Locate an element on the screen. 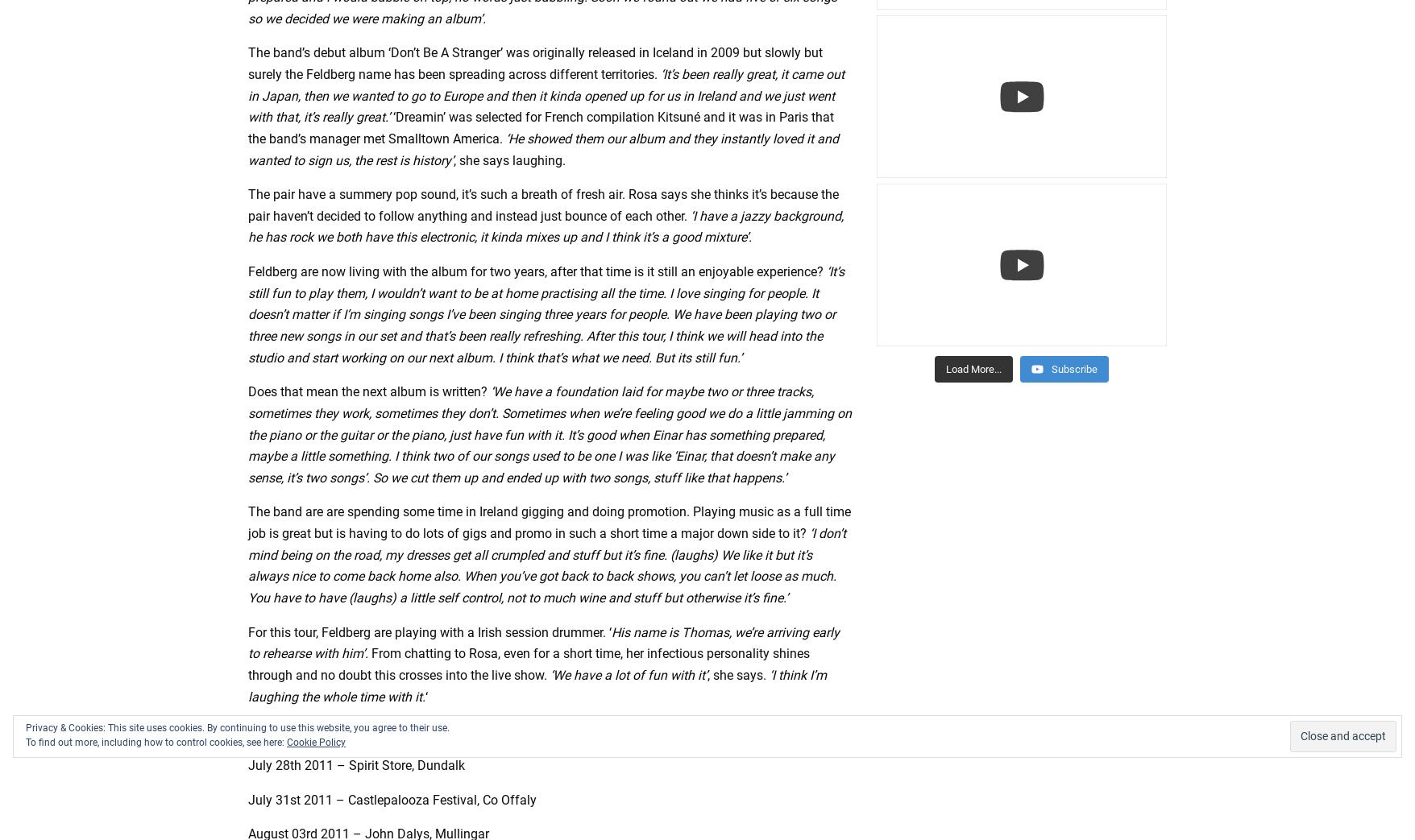 This screenshot has height=840, width=1415. '‘He showed them our album and they instantly loved it and wanted to sign us, the rest is history’' is located at coordinates (248, 148).